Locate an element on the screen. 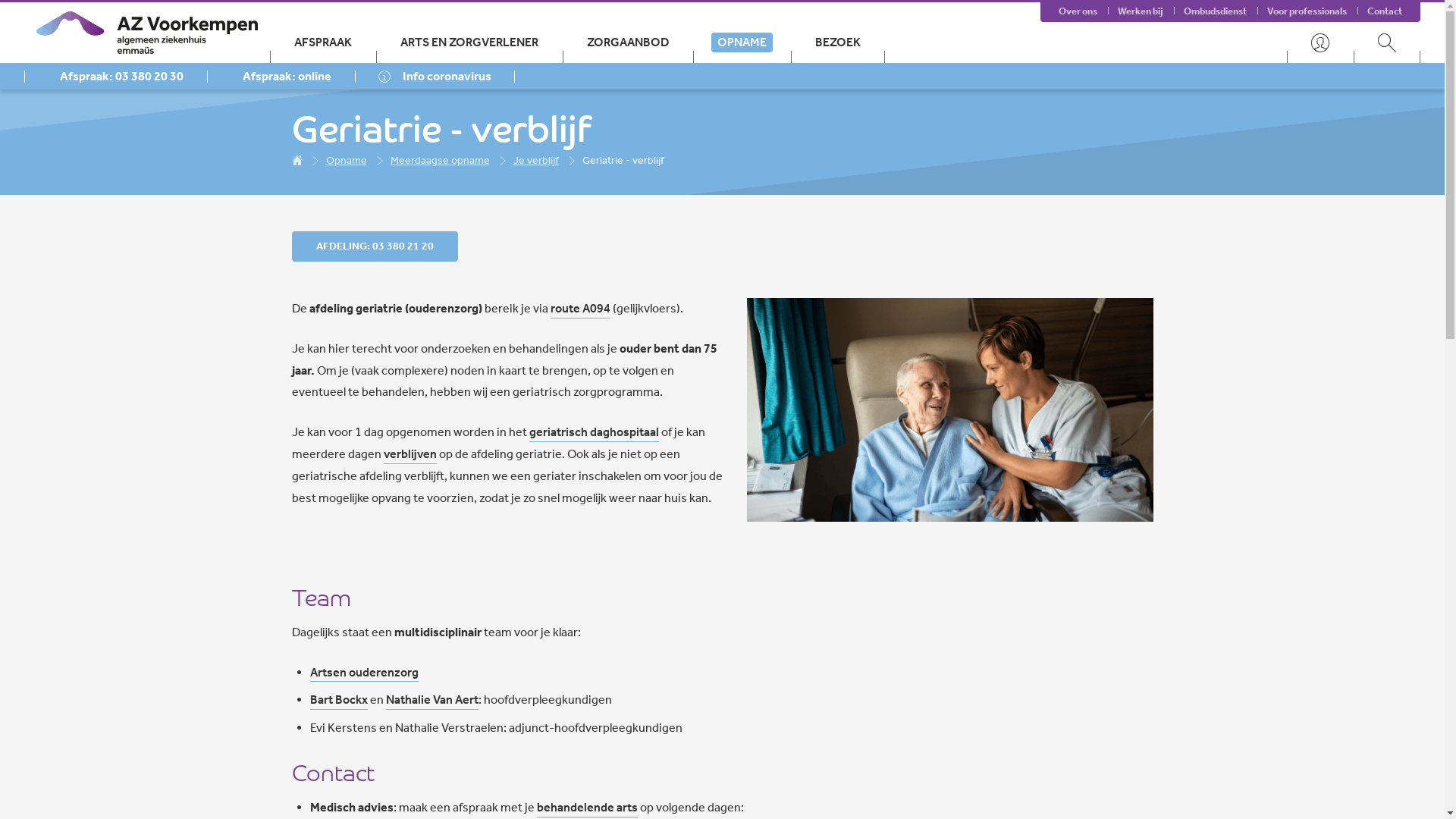 The height and width of the screenshot is (819, 1456). 'Afspraak: 03 380 20 30' is located at coordinates (115, 76).